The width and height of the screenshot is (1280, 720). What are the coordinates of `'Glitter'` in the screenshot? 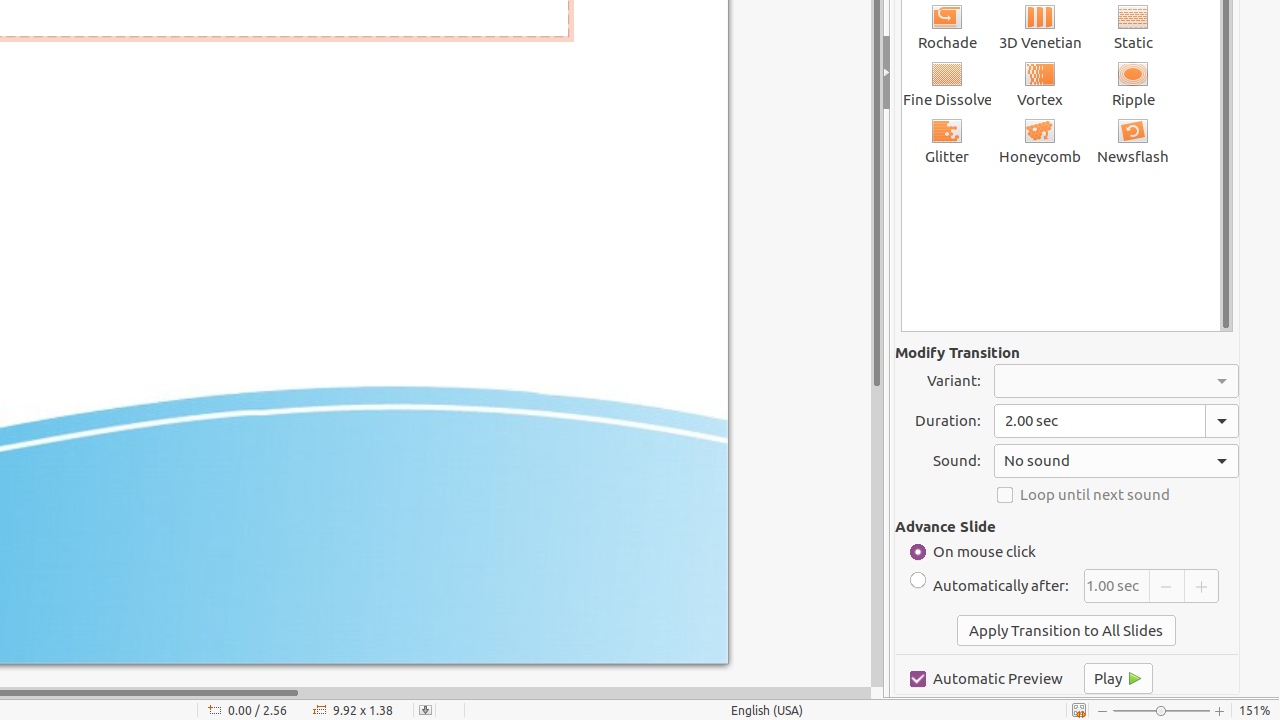 It's located at (946, 139).